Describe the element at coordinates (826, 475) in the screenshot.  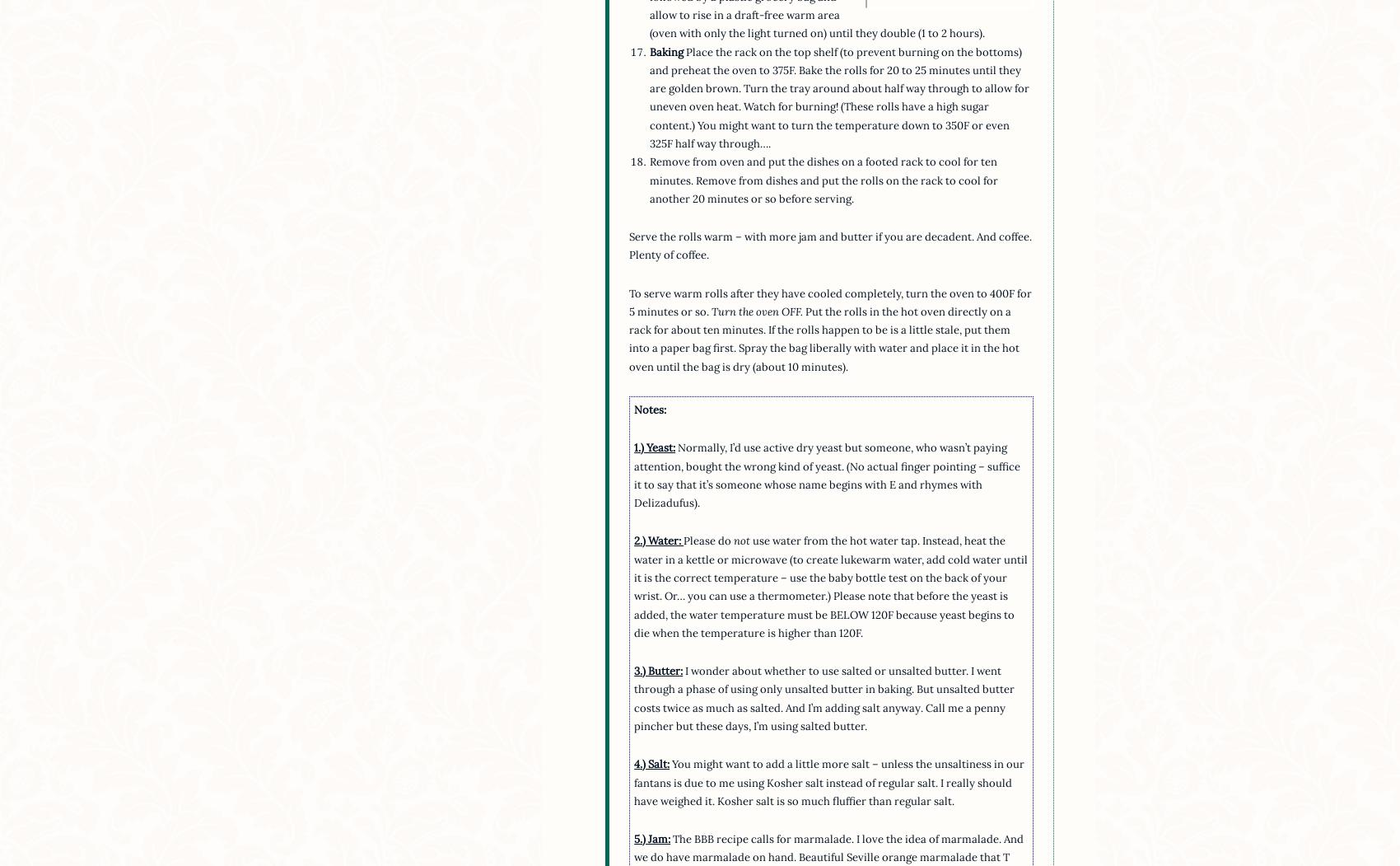
I see `'Normally, I’d use active dry yeast but someone, who wasn’t paying attention, bought the wrong kind of yeast. (No actual finger pointing – suffice it to say that it’s someone whose name begins with E and rhymes with Delizadufus).'` at that location.